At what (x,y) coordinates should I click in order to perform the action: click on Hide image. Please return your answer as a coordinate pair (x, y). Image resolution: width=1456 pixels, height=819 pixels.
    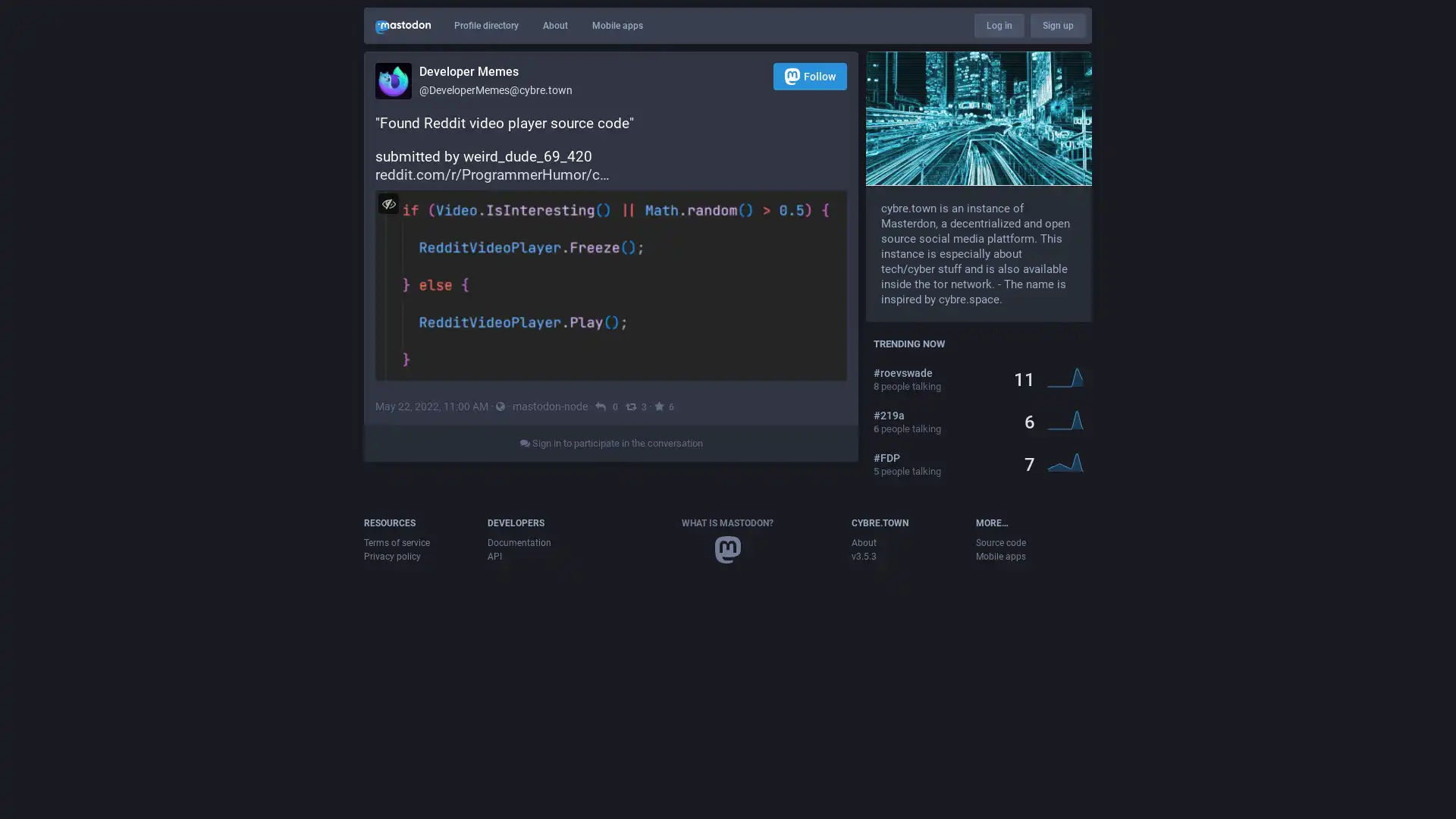
    Looking at the image, I should click on (388, 202).